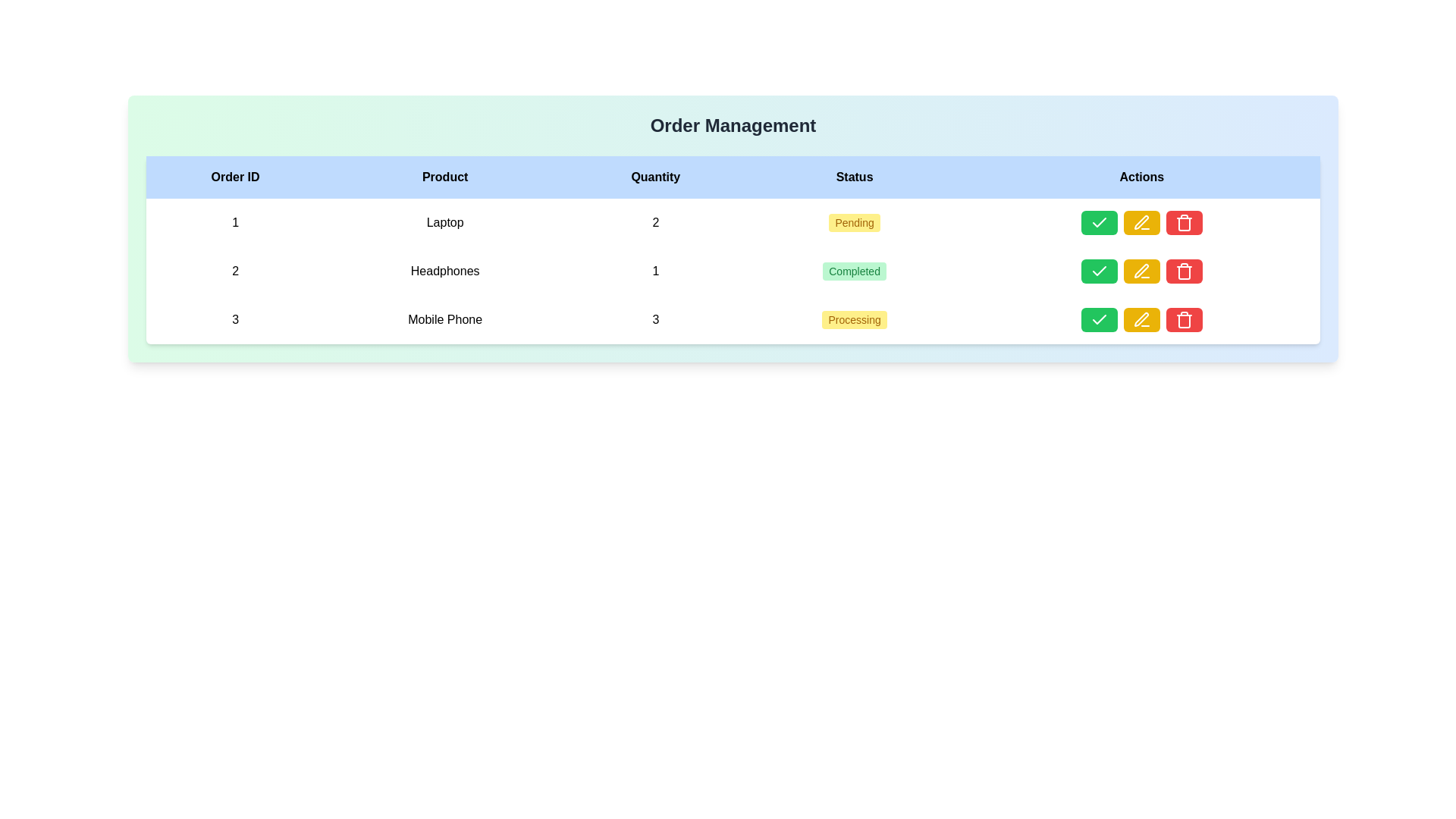 This screenshot has width=1456, height=819. Describe the element at coordinates (1183, 318) in the screenshot. I see `the delete icon button located in the 'Actions' column of the third row of the table` at that location.